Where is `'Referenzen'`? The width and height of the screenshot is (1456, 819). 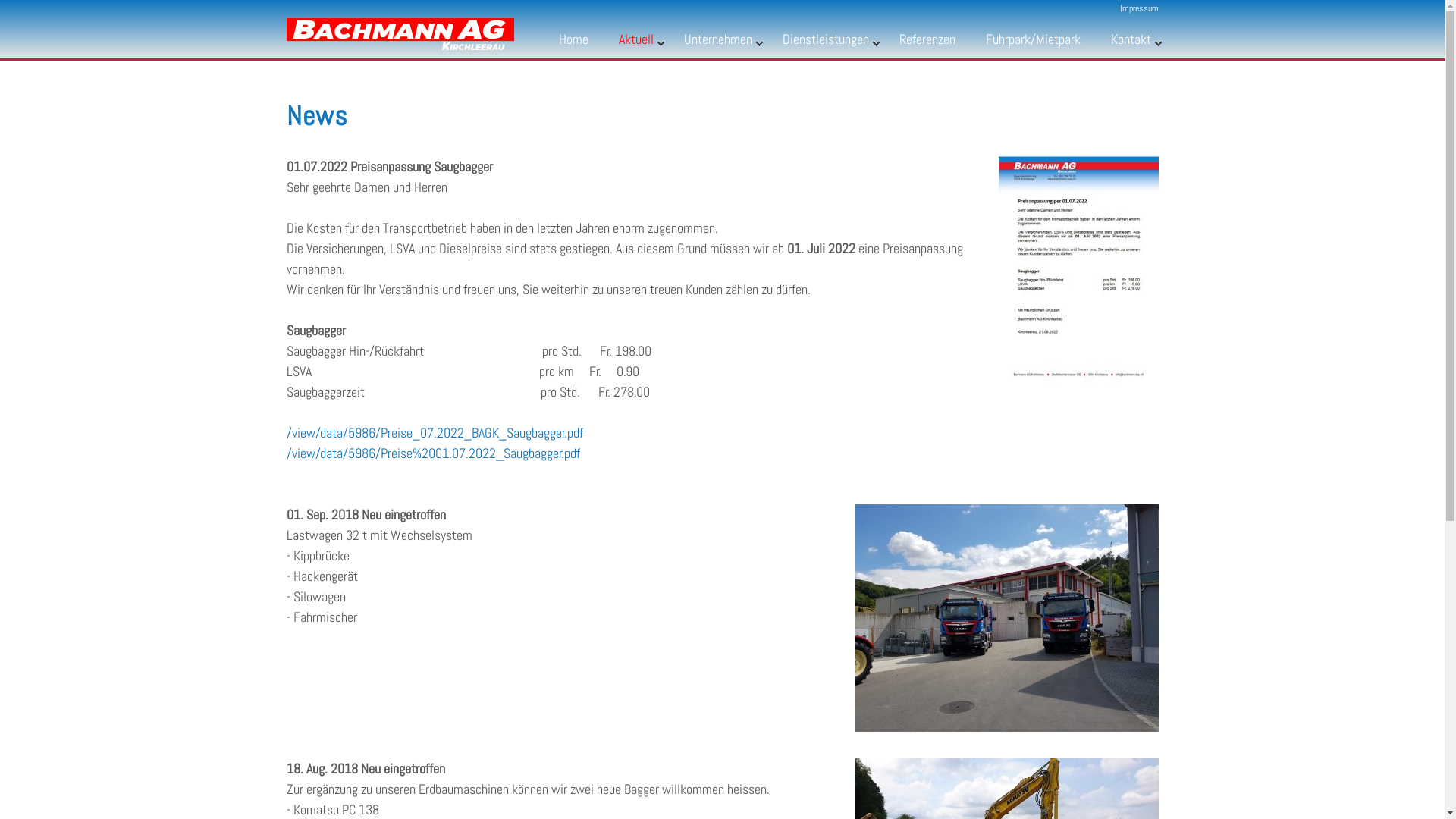
'Referenzen' is located at coordinates (927, 42).